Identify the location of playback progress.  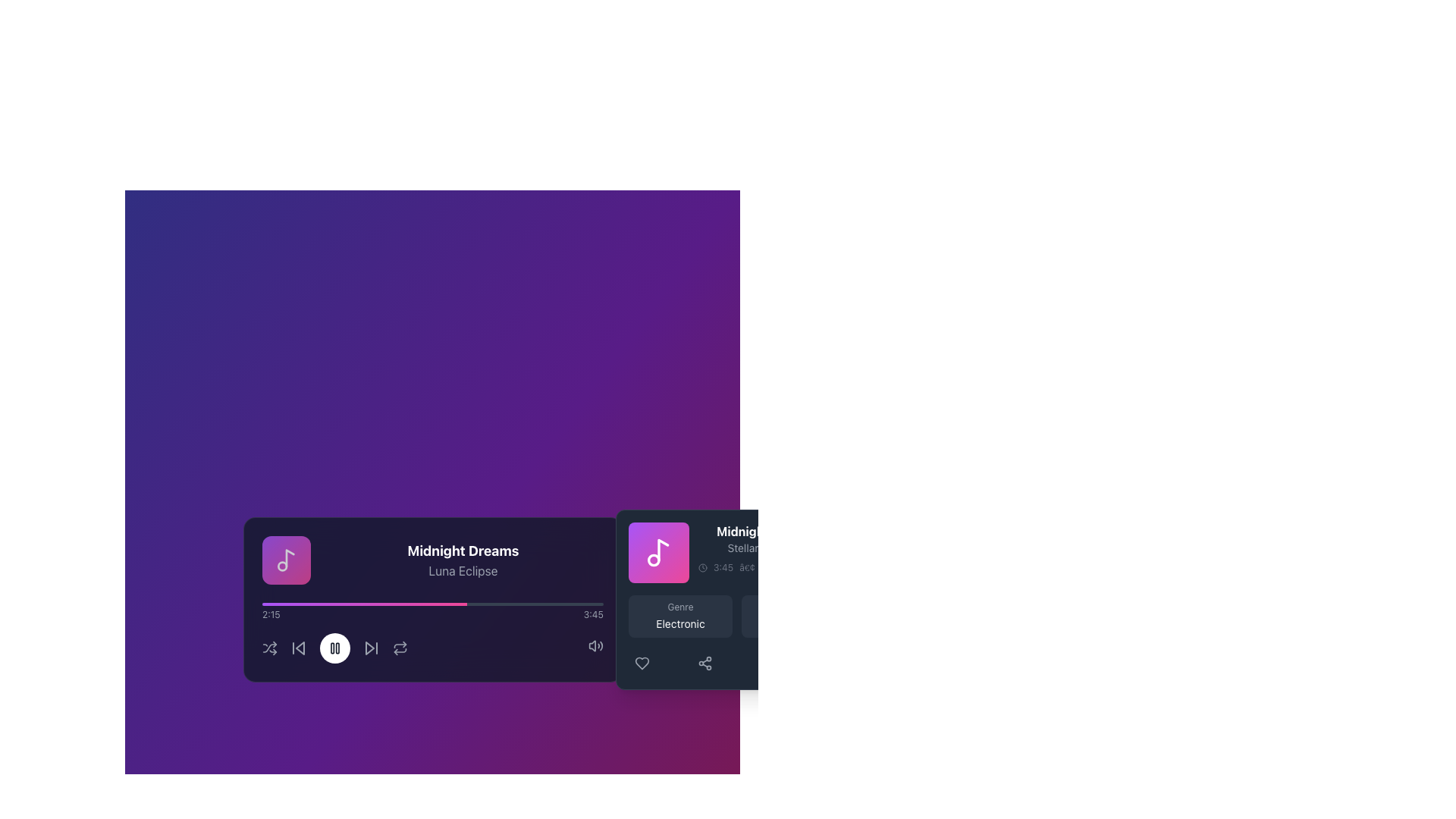
(359, 604).